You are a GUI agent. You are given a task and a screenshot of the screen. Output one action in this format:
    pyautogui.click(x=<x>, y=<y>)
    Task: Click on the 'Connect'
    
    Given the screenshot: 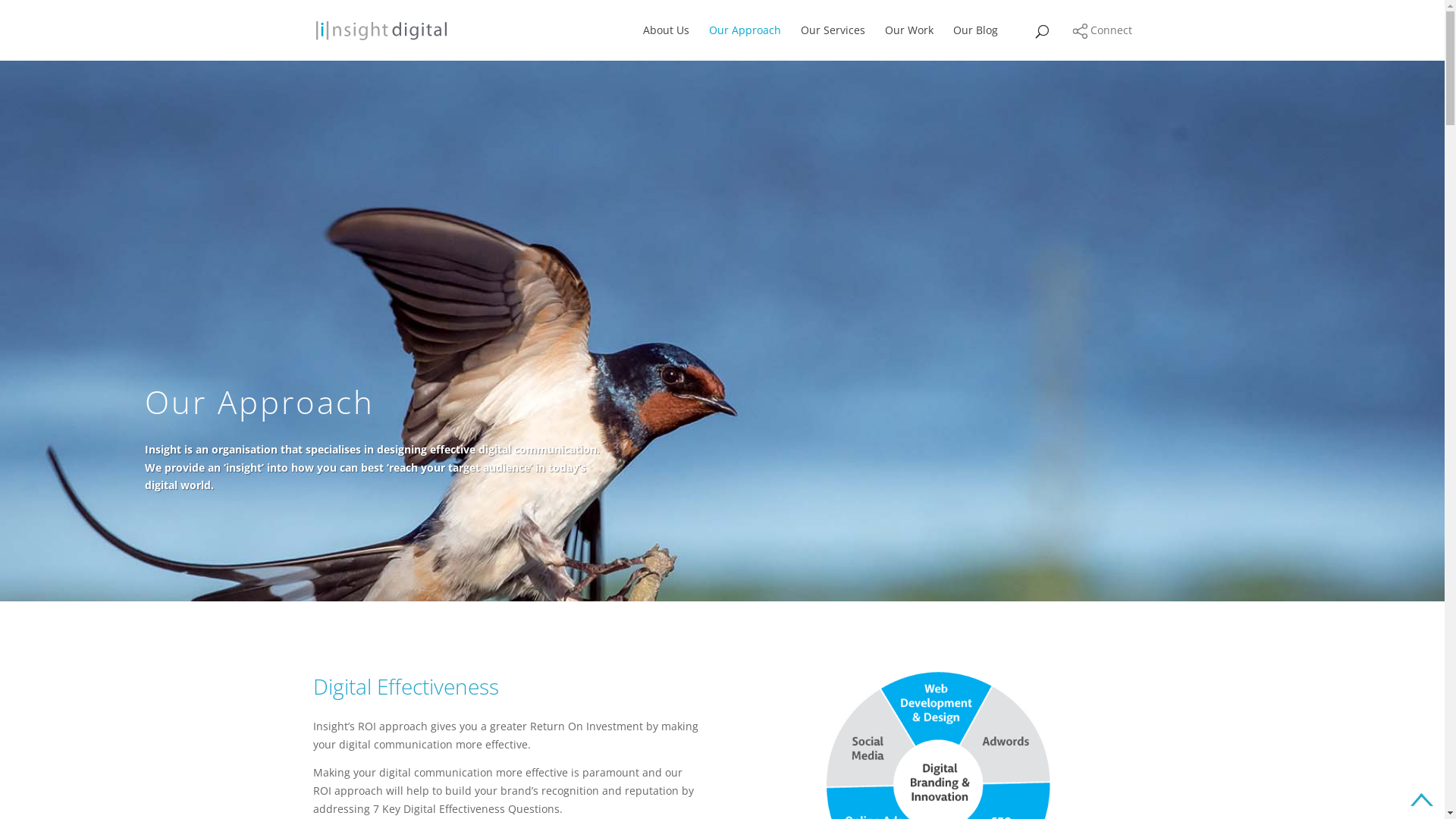 What is the action you would take?
    pyautogui.click(x=1072, y=30)
    